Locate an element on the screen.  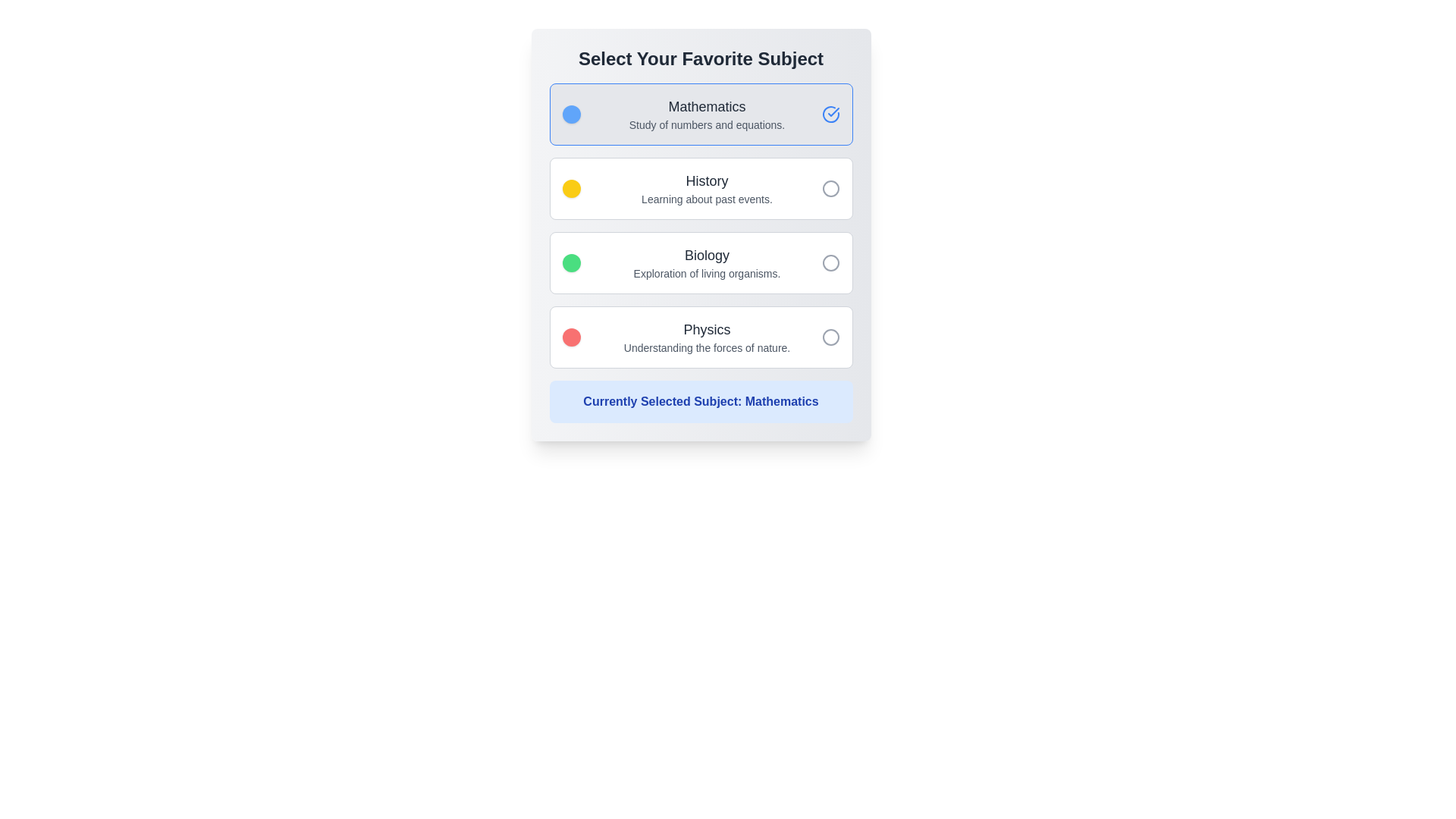
the 'Mathematics' card, which is the first card in a vertical list with a light gray background and a blue outline is located at coordinates (700, 113).